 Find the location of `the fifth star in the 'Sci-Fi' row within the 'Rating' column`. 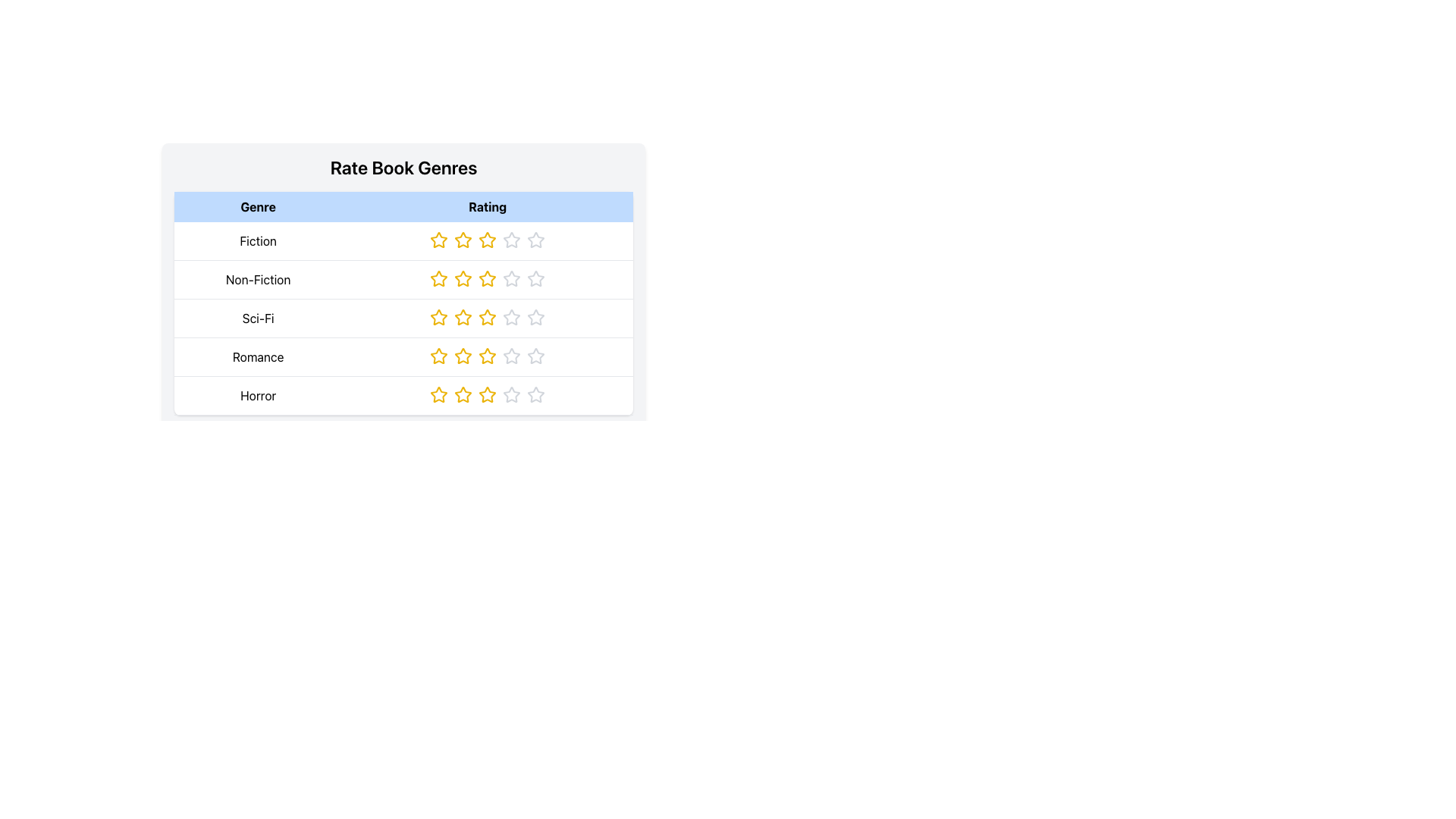

the fifth star in the 'Sci-Fi' row within the 'Rating' column is located at coordinates (536, 317).